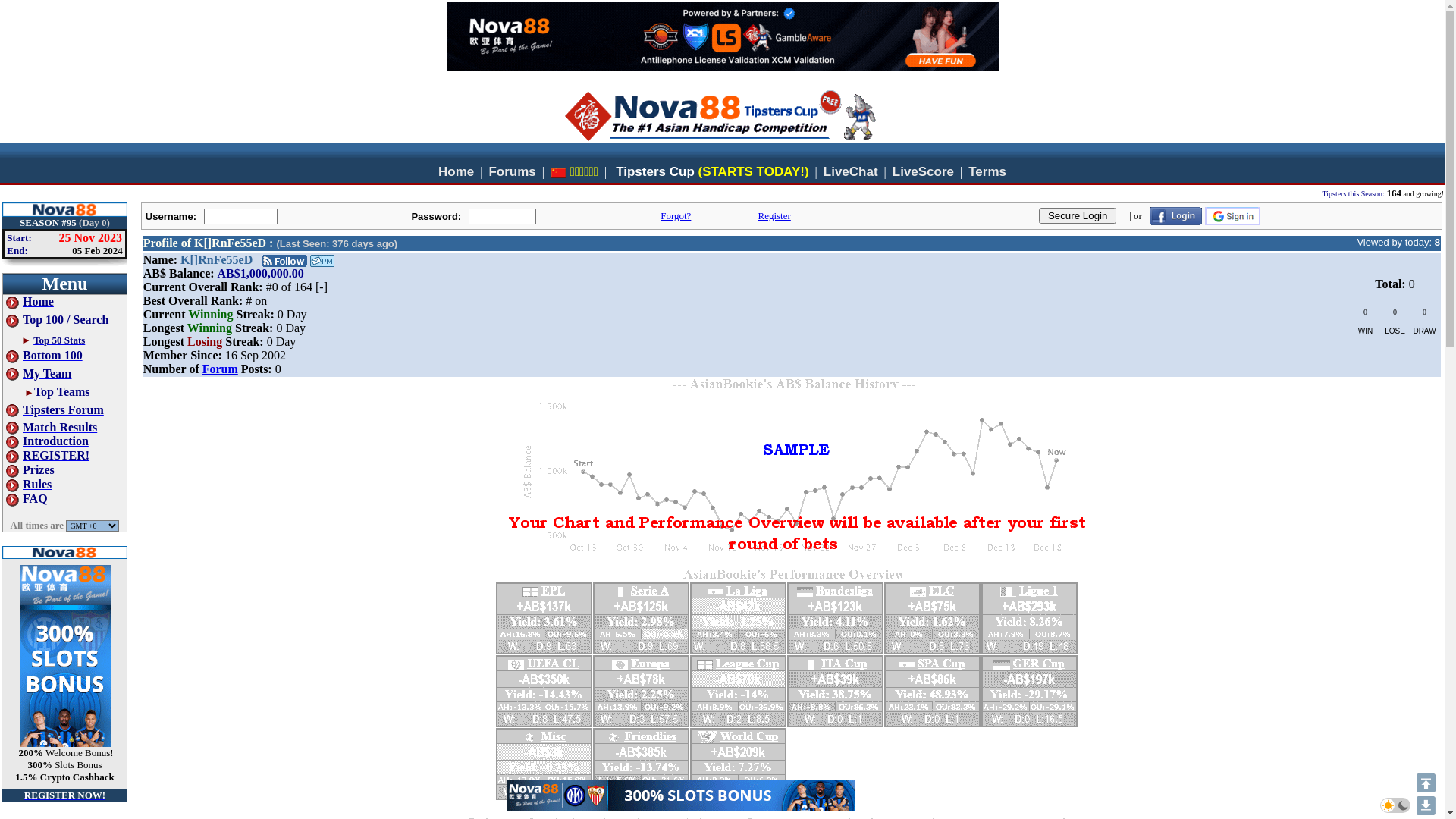  What do you see at coordinates (851, 171) in the screenshot?
I see `'LiveChat'` at bounding box center [851, 171].